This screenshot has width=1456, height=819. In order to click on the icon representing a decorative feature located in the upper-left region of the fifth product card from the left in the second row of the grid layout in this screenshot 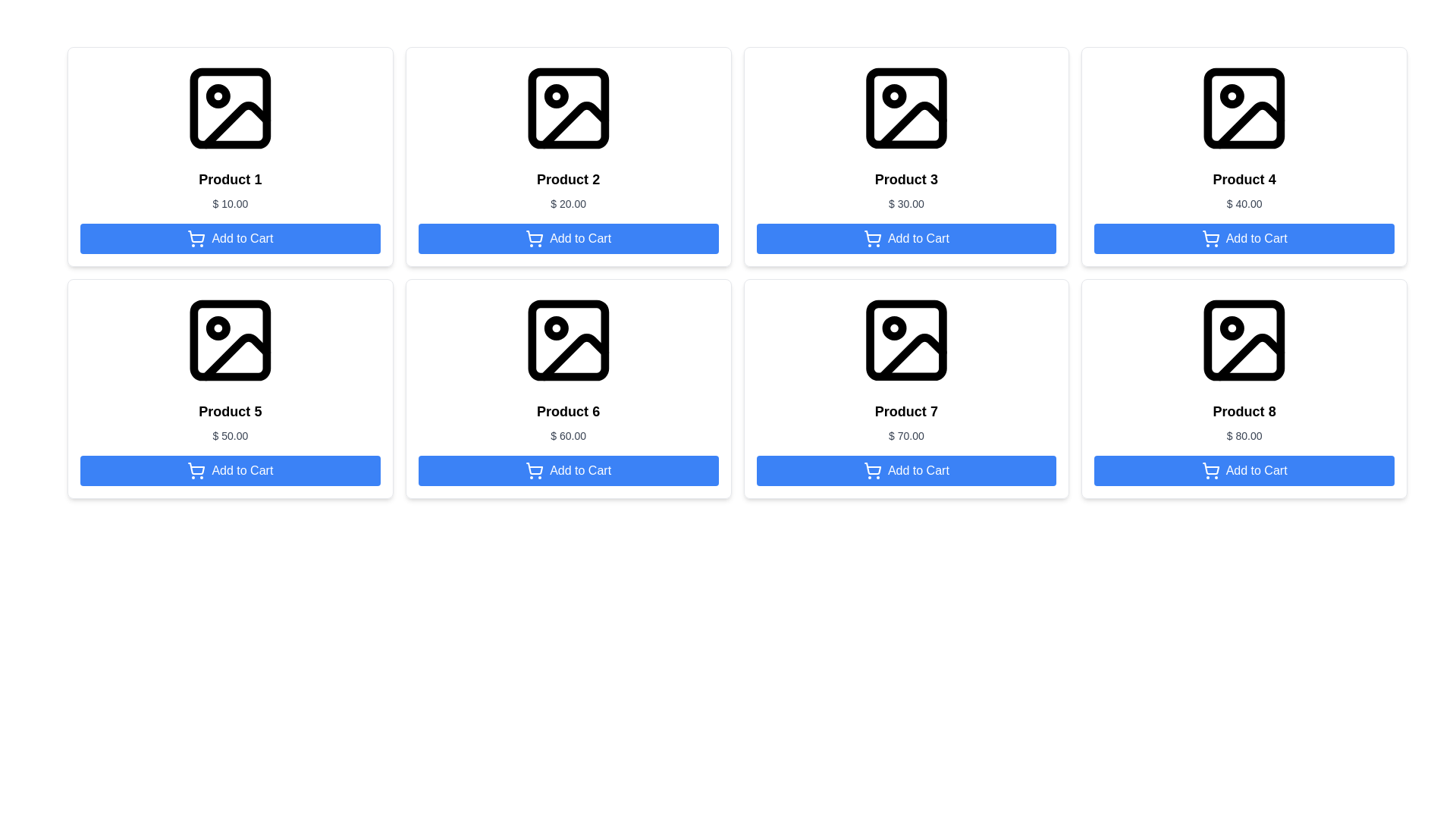, I will do `click(217, 327)`.